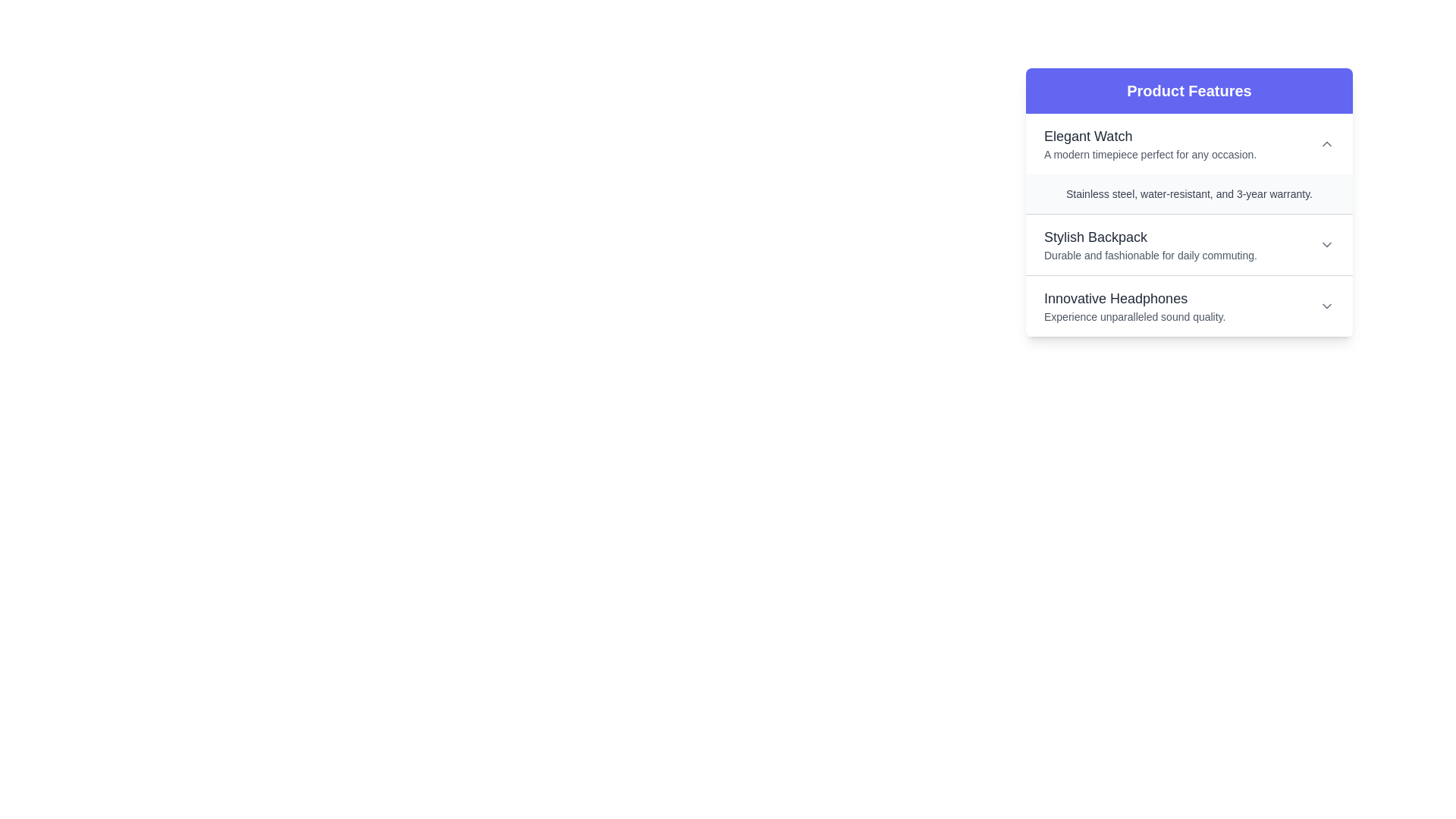 Image resolution: width=1456 pixels, height=819 pixels. I want to click on the chevron icon to the right of the 'Stylish Backpack' title and description, so click(1326, 244).